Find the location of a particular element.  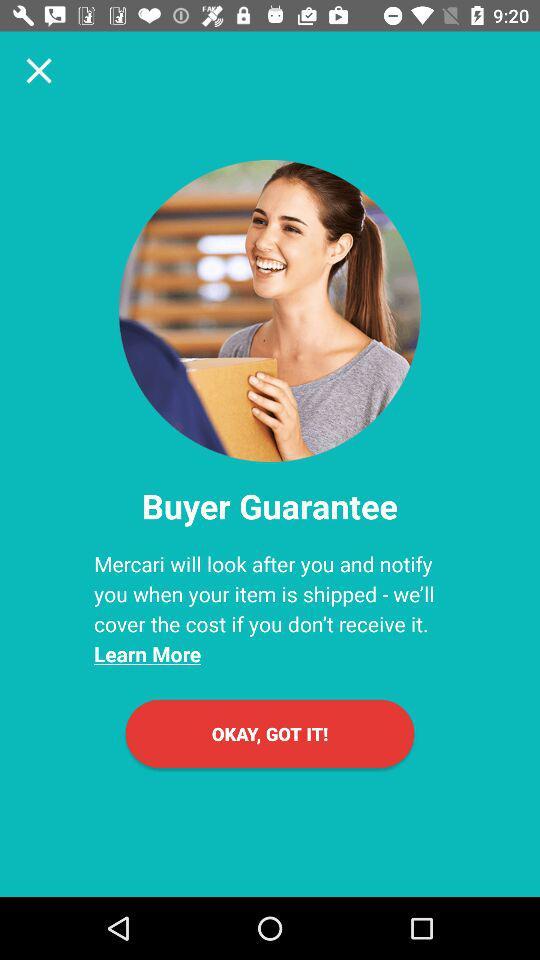

the close icon is located at coordinates (39, 70).